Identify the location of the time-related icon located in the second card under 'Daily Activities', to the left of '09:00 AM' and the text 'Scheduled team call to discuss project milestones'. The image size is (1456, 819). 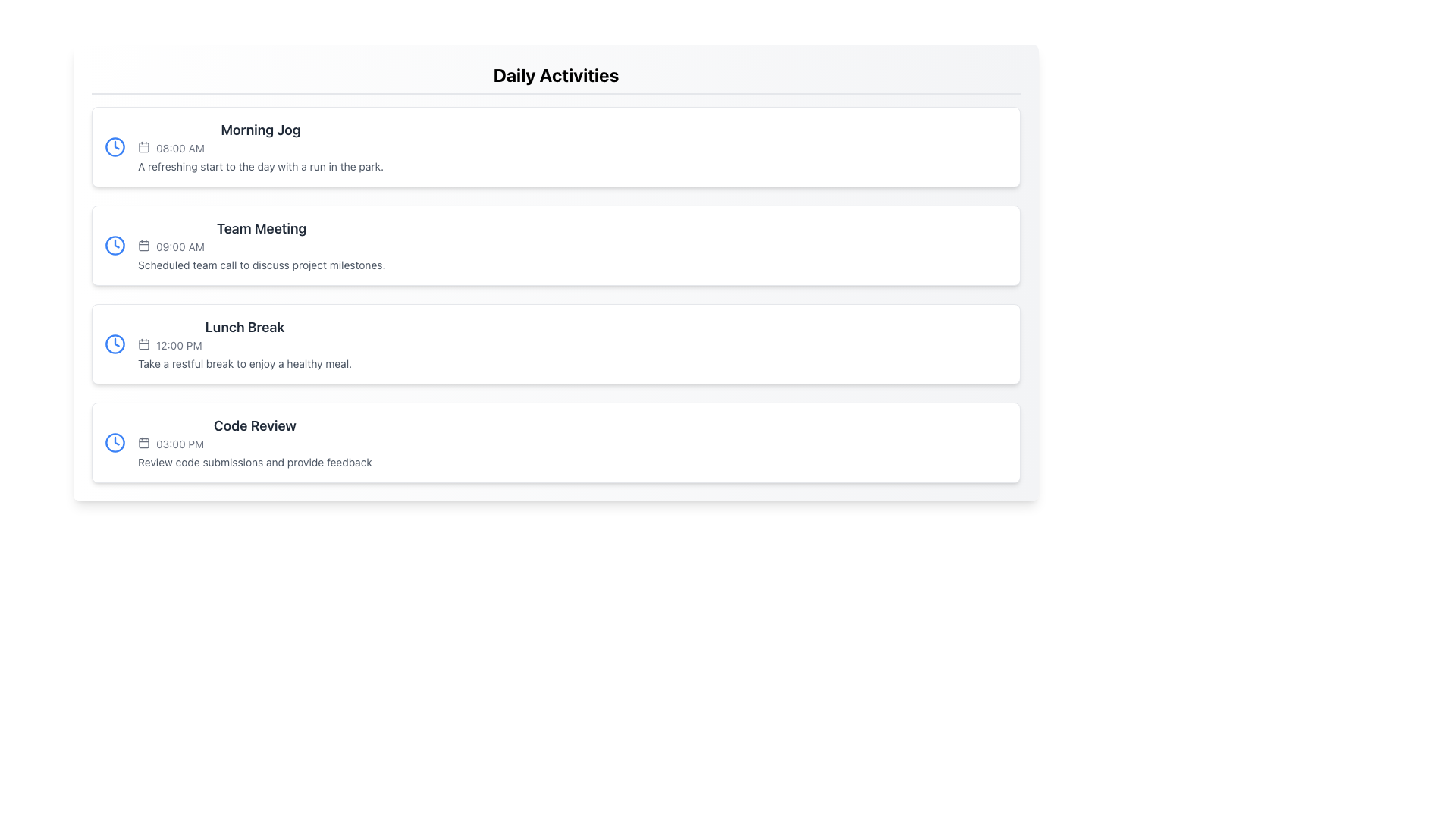
(115, 245).